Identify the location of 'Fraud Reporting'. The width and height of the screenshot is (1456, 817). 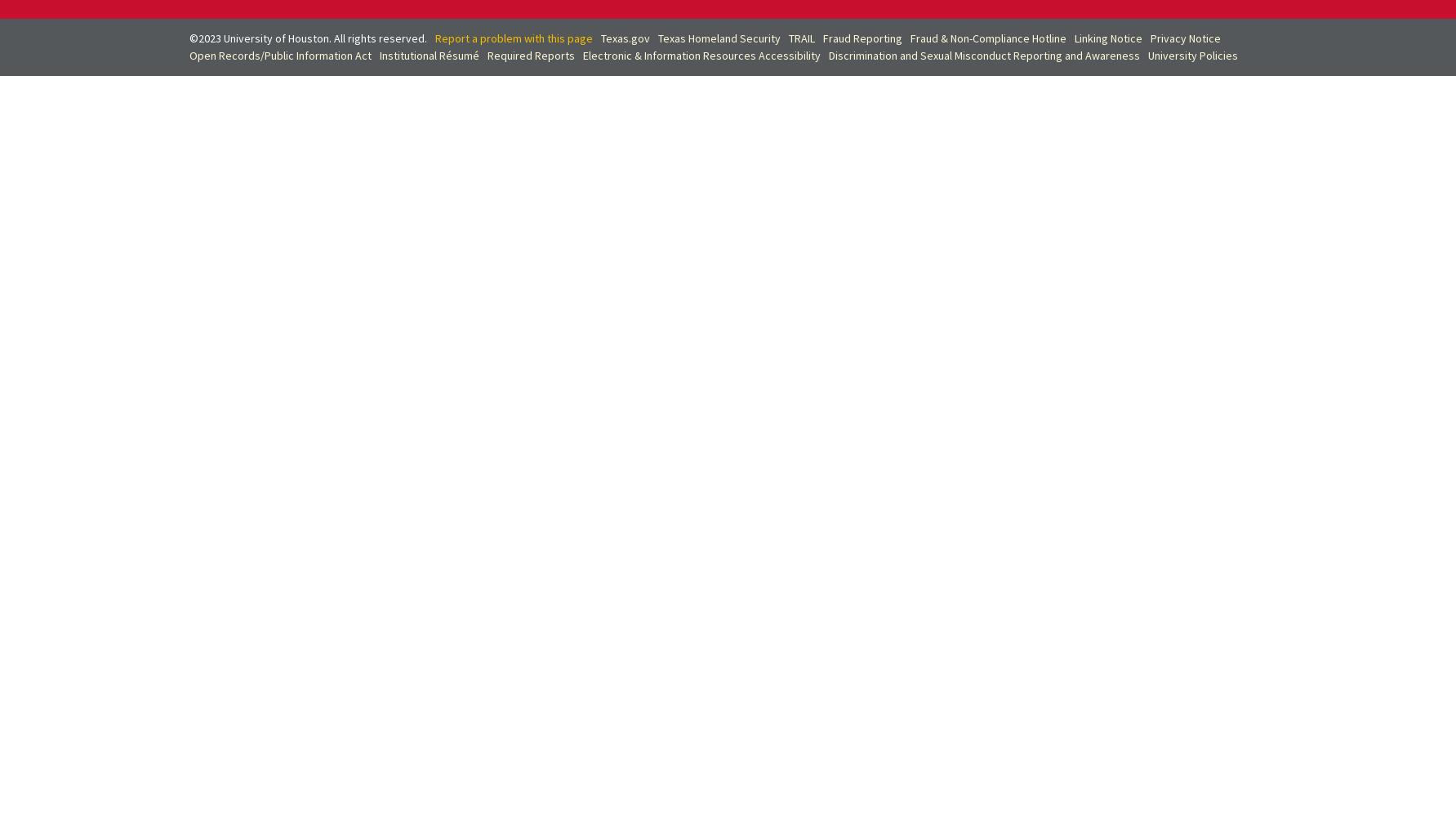
(822, 38).